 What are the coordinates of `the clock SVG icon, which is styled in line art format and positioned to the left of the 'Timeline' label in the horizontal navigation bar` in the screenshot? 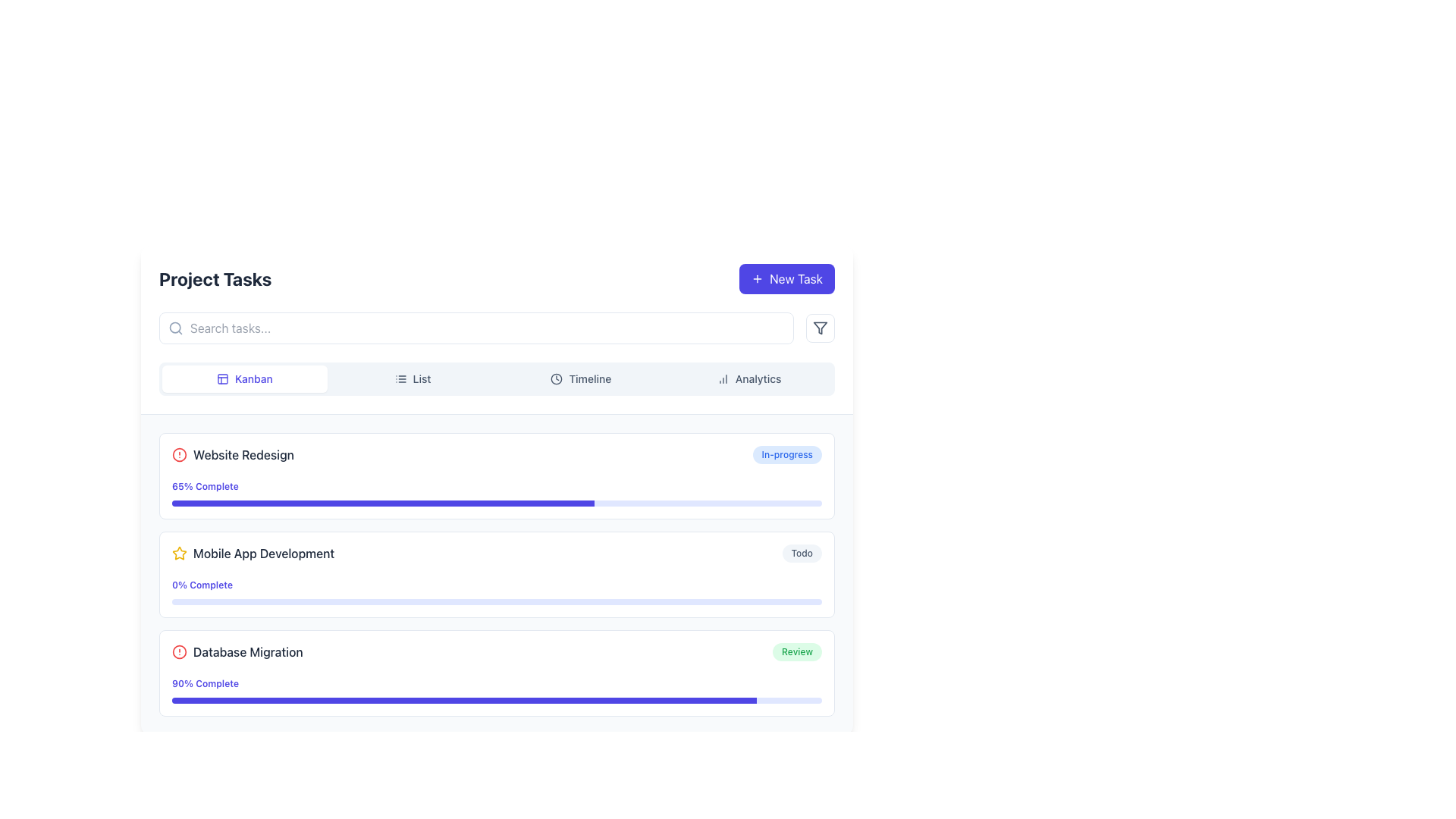 It's located at (556, 378).